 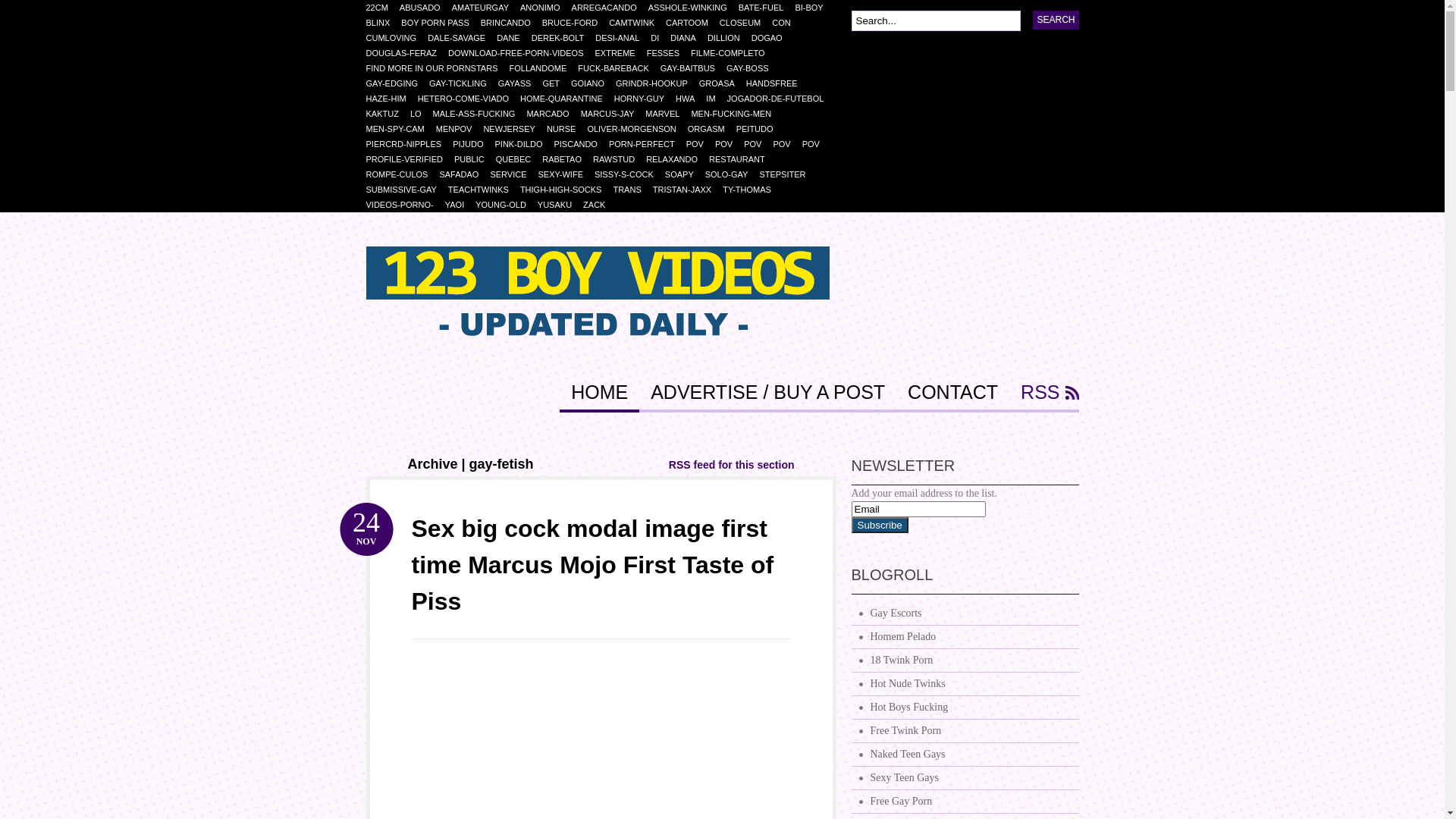 I want to click on 'Free Twink Porn', so click(x=851, y=730).